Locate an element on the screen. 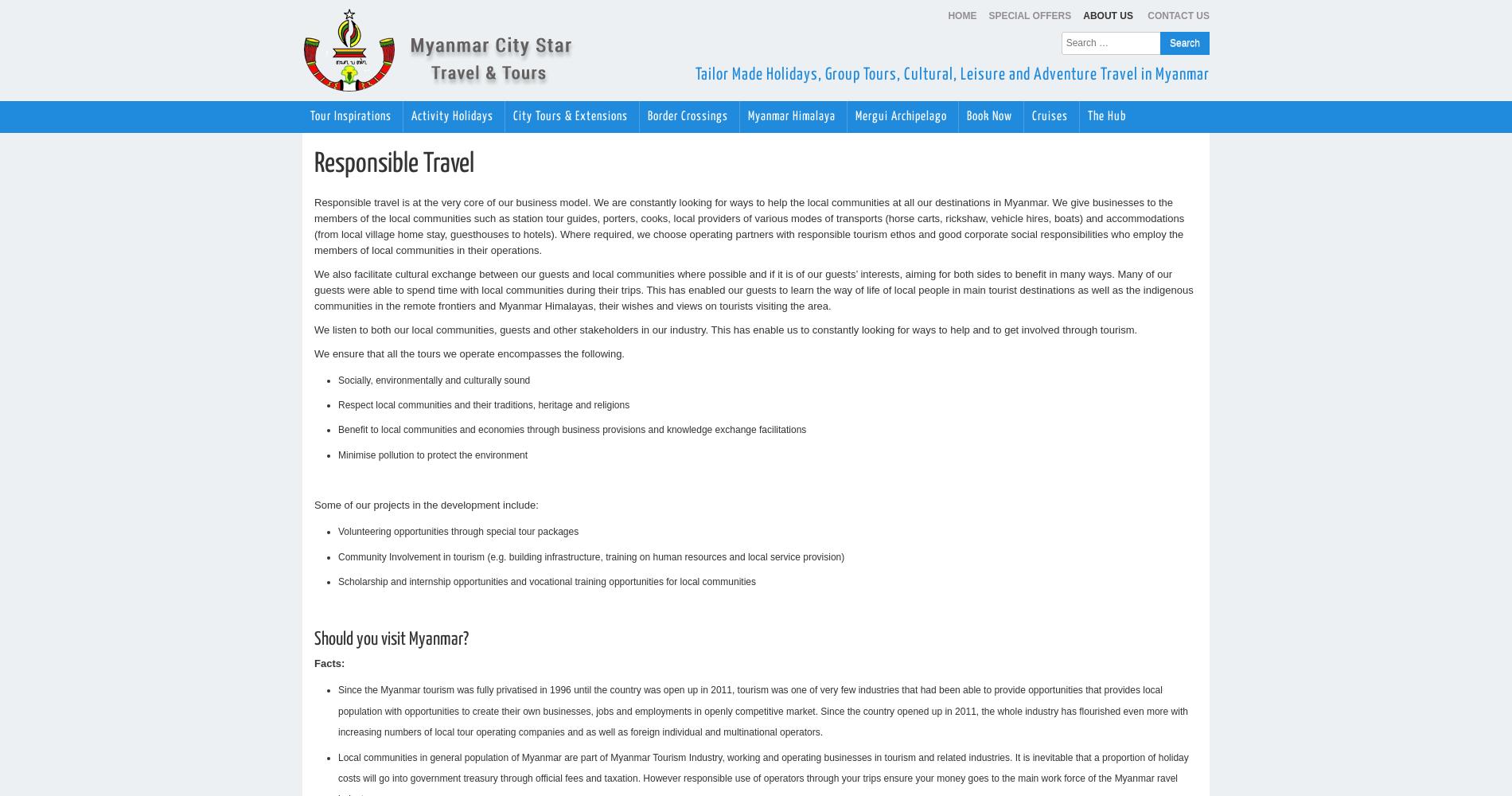  'We listen to both our local communities, guests and other stakeholders in our industry. This has enable us to constantly looking for ways to help and to get involved through tourism.' is located at coordinates (725, 329).